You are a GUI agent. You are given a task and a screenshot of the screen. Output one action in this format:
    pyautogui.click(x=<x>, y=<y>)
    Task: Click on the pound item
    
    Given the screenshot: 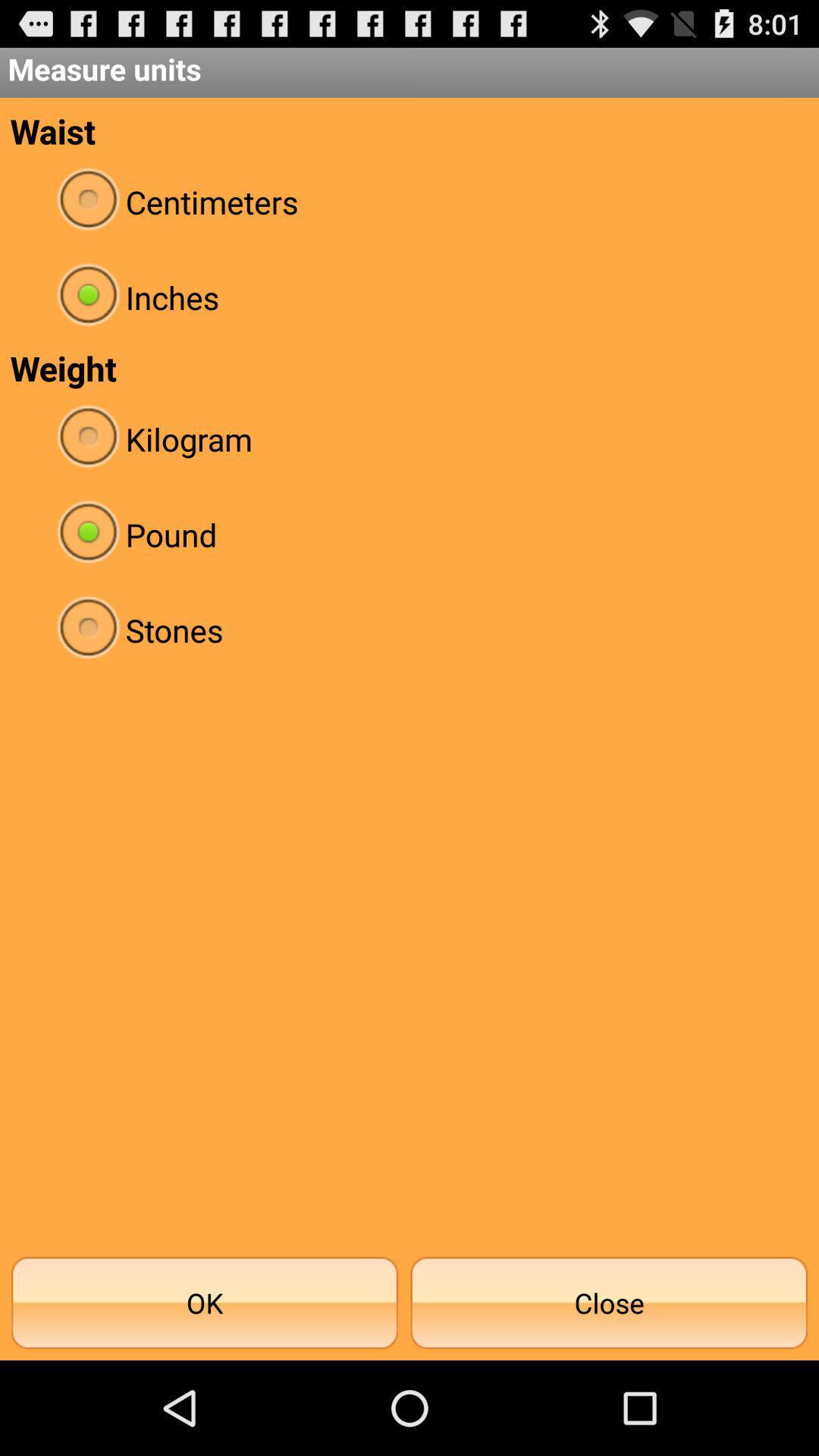 What is the action you would take?
    pyautogui.click(x=409, y=535)
    